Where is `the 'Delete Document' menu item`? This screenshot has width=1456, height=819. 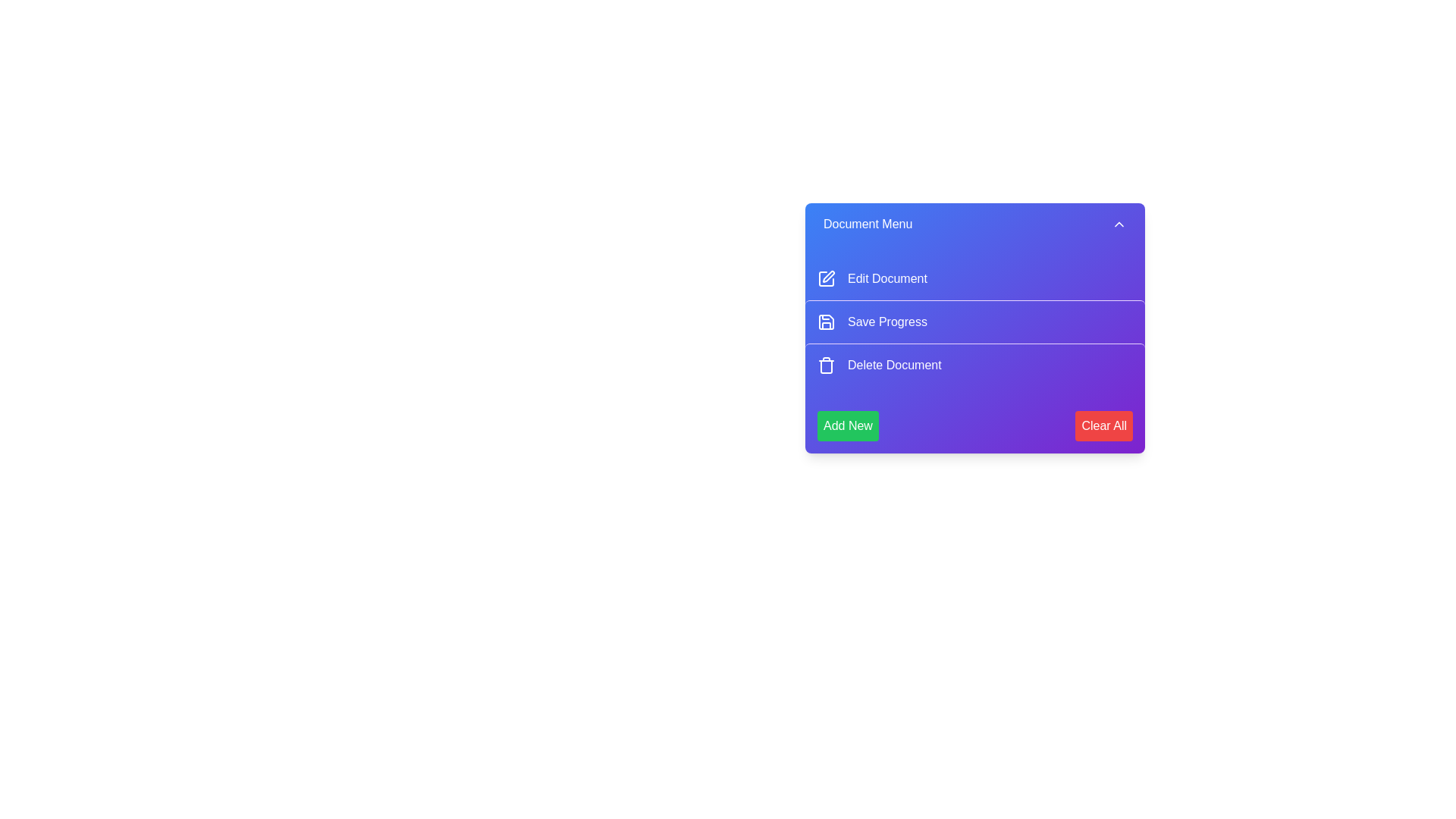
the 'Delete Document' menu item is located at coordinates (975, 365).